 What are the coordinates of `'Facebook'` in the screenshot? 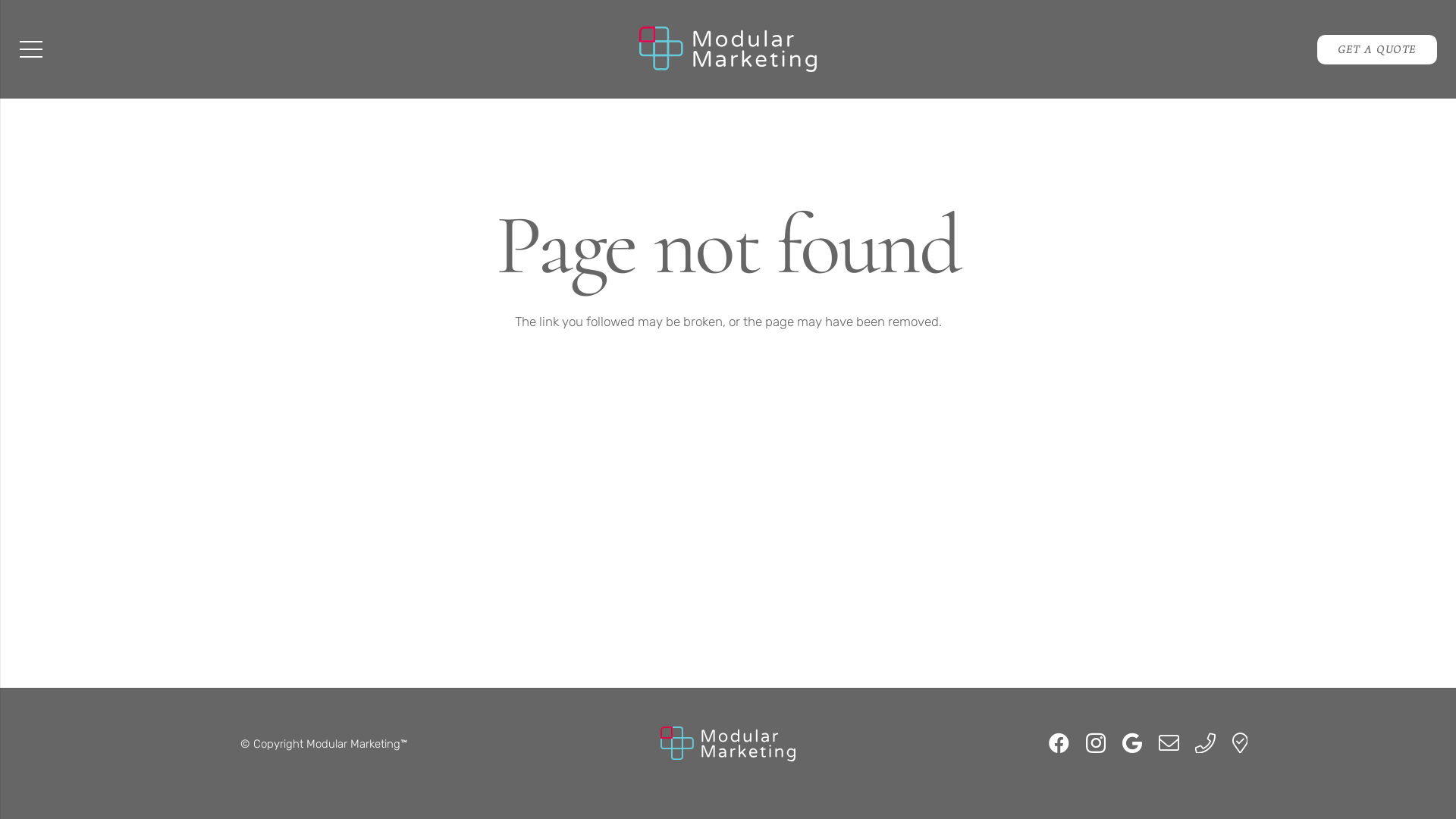 It's located at (1058, 742).